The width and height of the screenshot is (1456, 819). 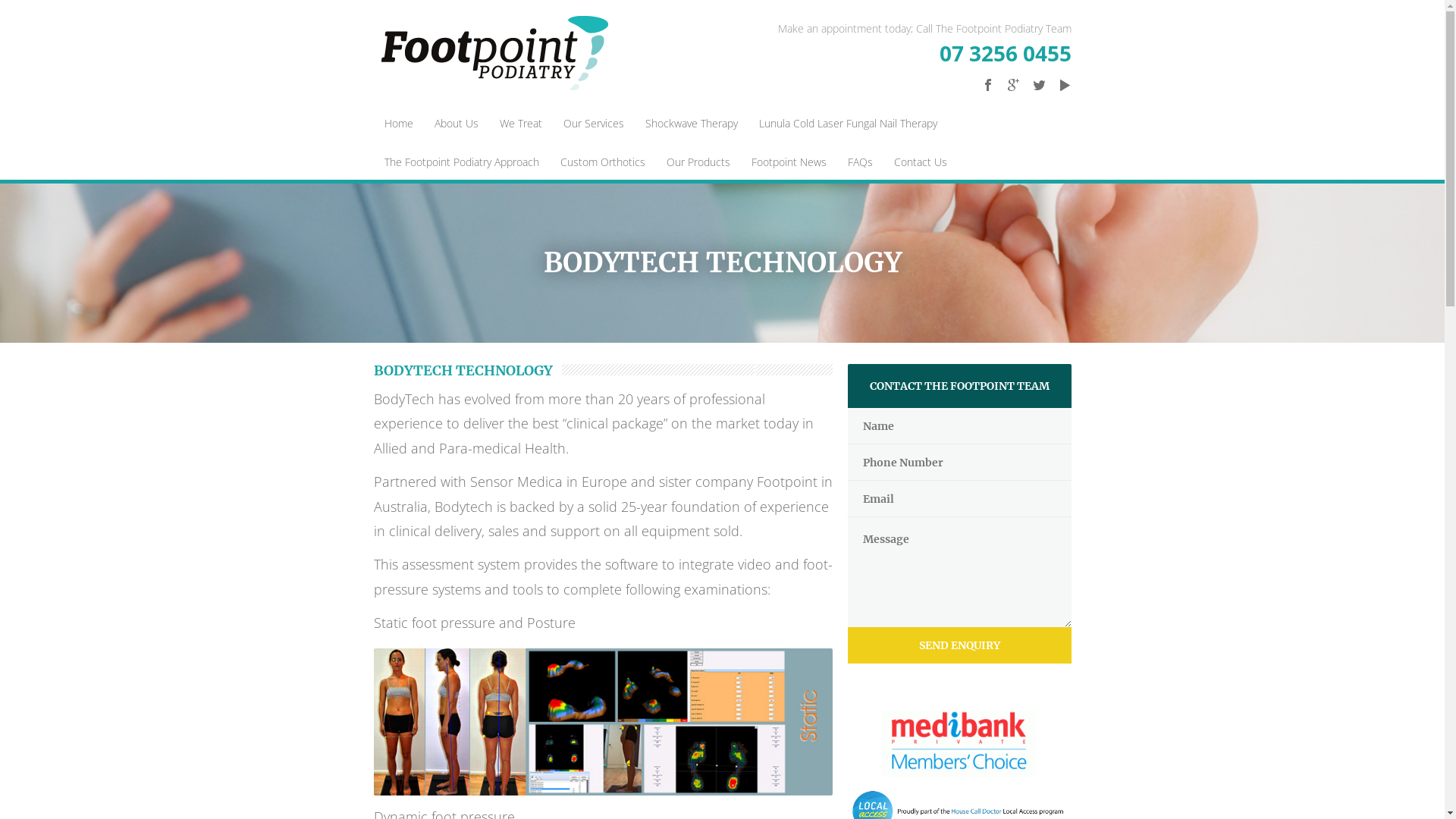 I want to click on 'Facebook', so click(x=987, y=84).